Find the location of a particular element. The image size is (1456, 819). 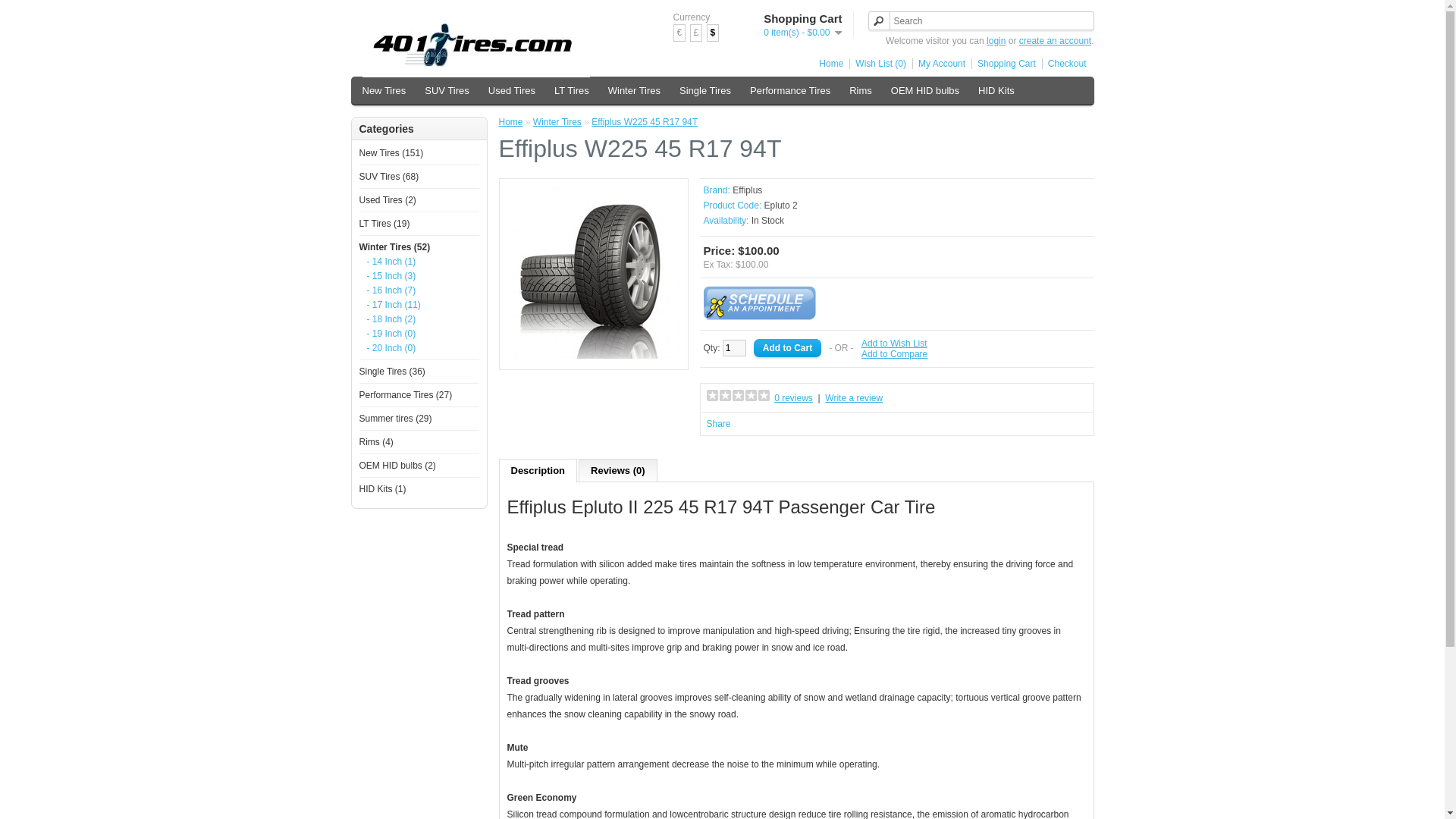

'Checkout' is located at coordinates (1063, 63).